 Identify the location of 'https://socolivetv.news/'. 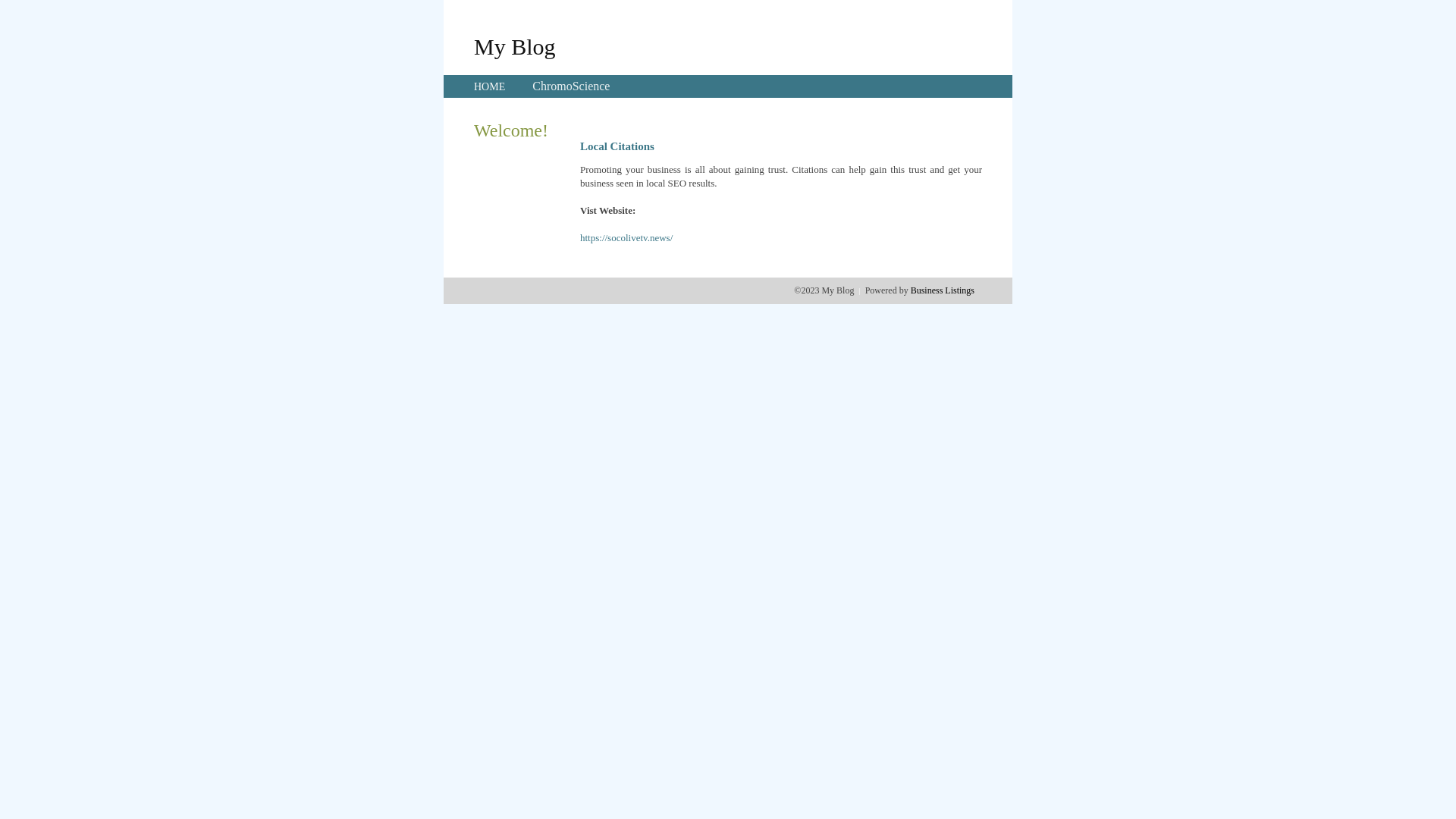
(626, 237).